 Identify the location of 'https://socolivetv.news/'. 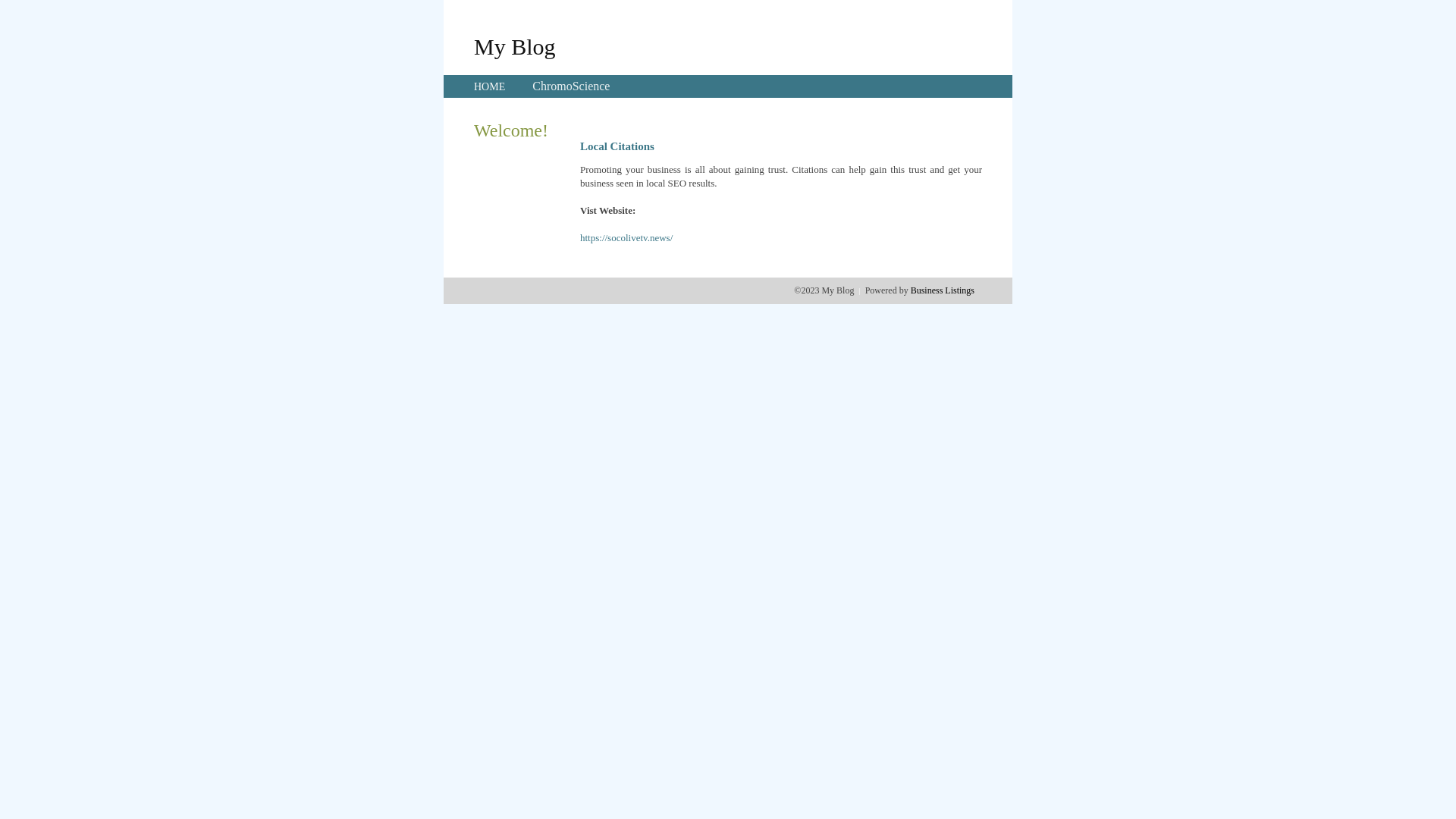
(626, 237).